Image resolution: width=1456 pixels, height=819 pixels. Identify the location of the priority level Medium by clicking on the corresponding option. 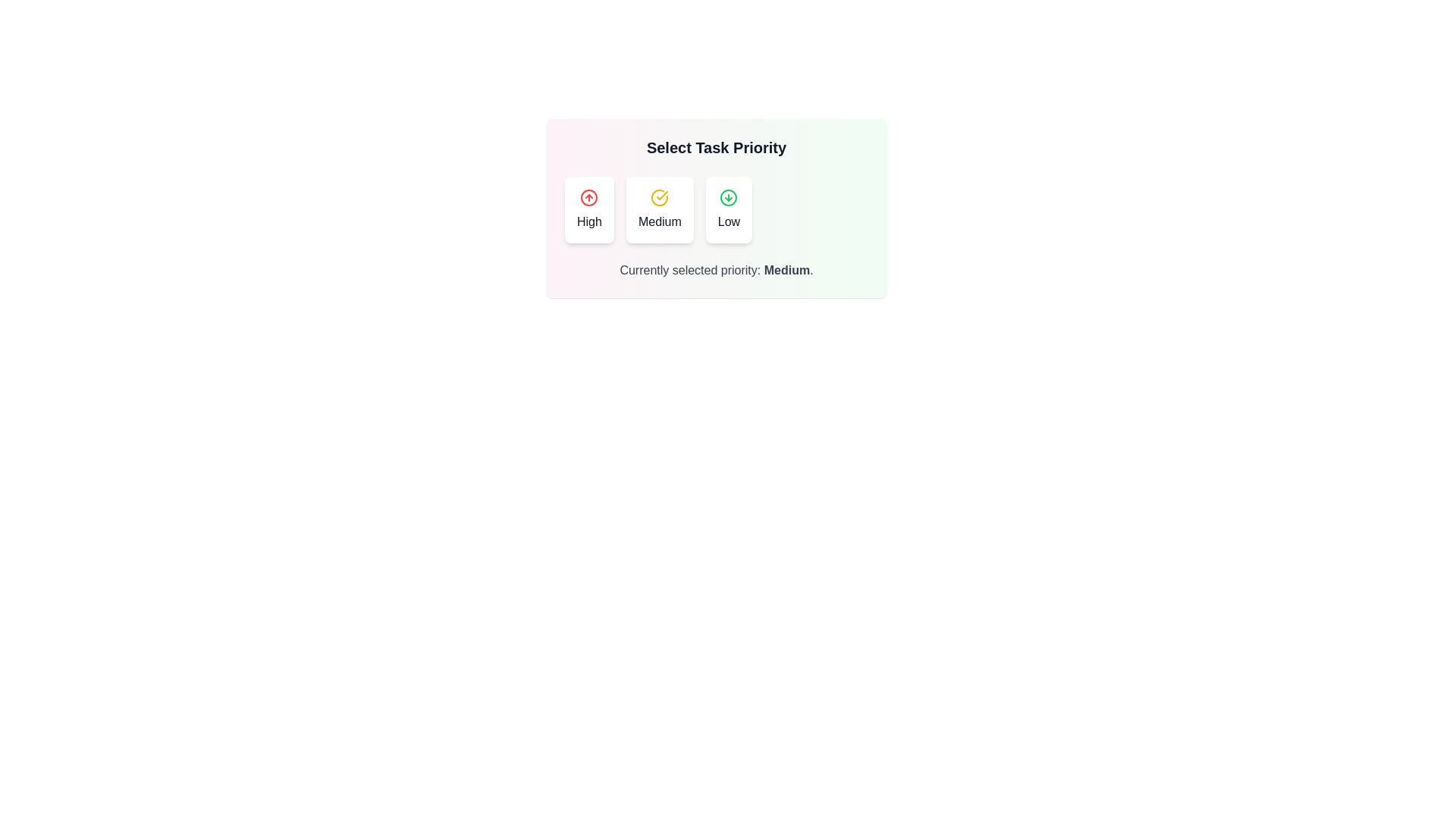
(659, 210).